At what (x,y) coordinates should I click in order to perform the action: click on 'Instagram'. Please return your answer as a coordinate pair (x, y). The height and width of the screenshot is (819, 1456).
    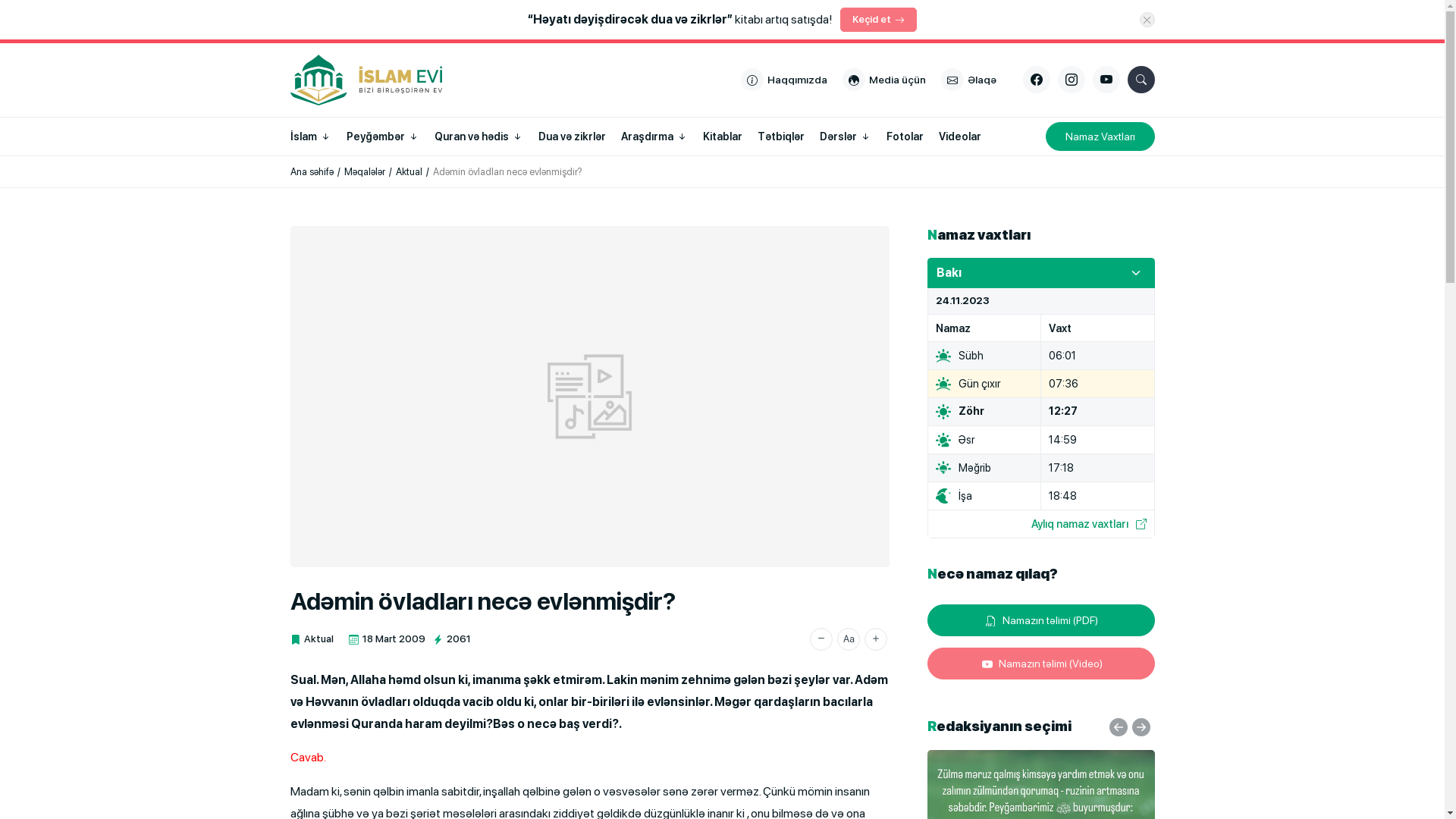
    Looking at the image, I should click on (1069, 79).